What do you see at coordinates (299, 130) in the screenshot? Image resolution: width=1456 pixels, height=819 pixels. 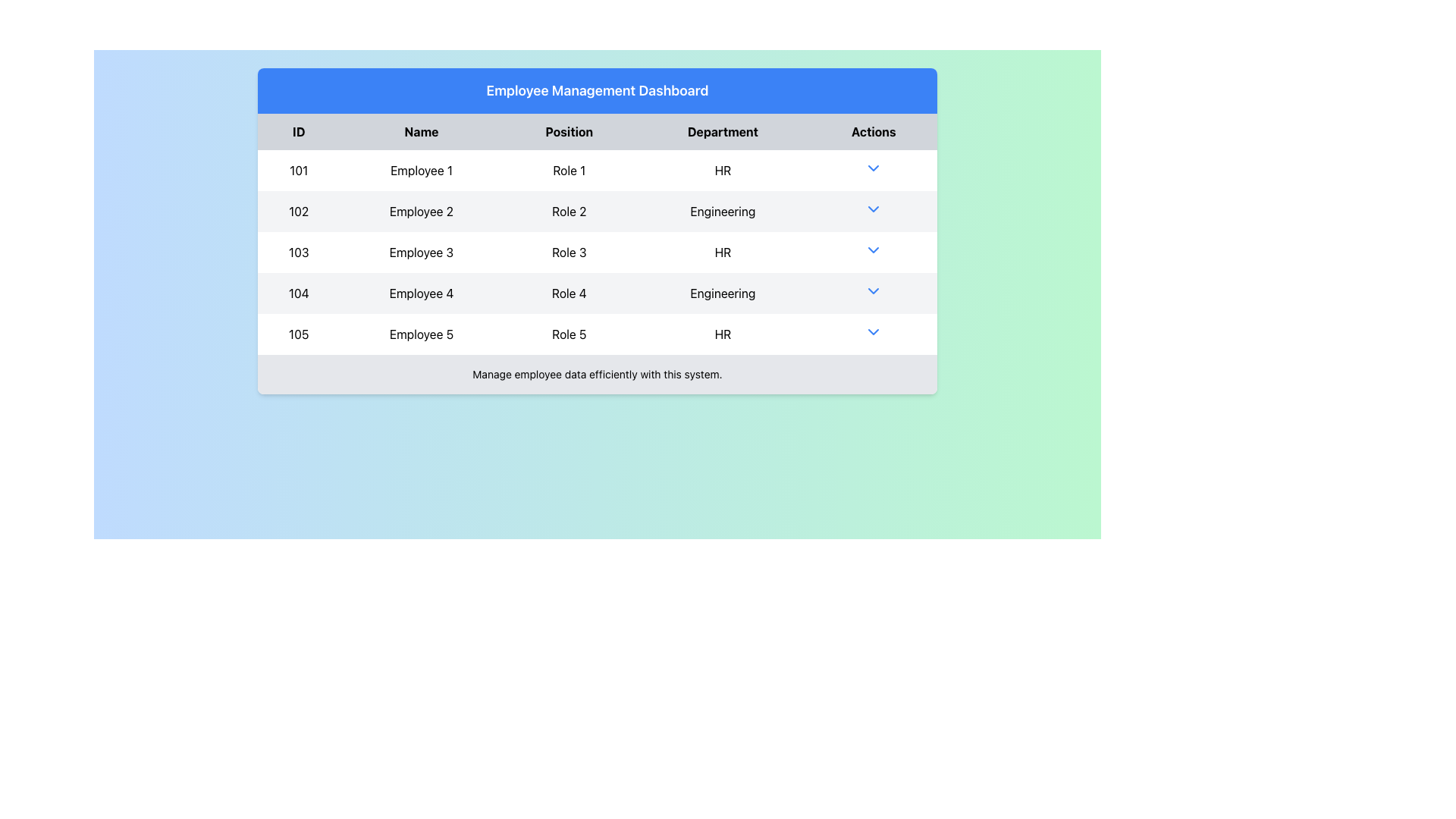 I see `the 'ID' column header label, which is located at the top left of the title row containing multiple labeled columns such as 'Name', 'Position', and 'Department'` at bounding box center [299, 130].